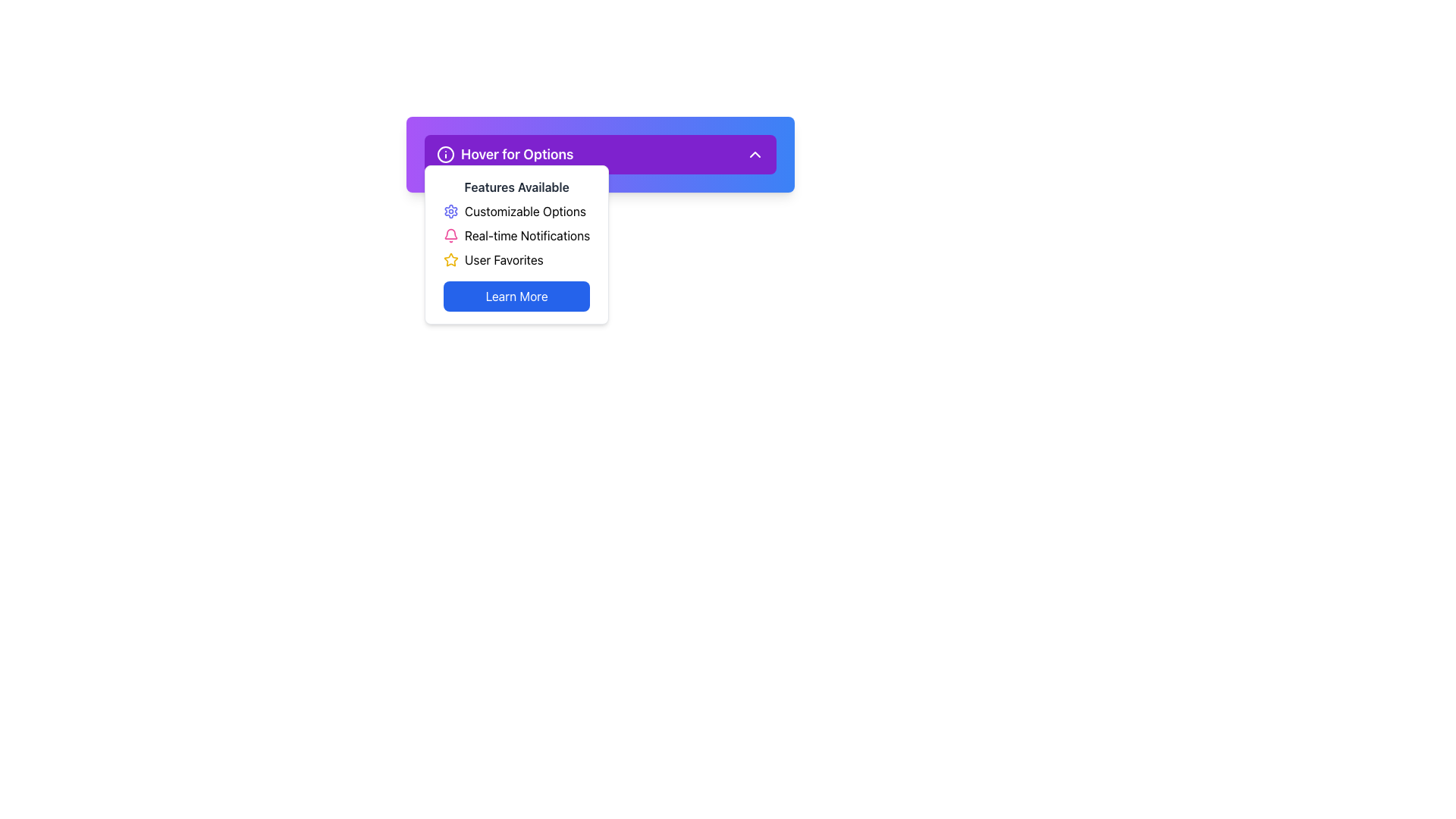 This screenshot has width=1456, height=819. What do you see at coordinates (600, 155) in the screenshot?
I see `the Dropdown Button labeled 'Hover for Options' with a purple background` at bounding box center [600, 155].